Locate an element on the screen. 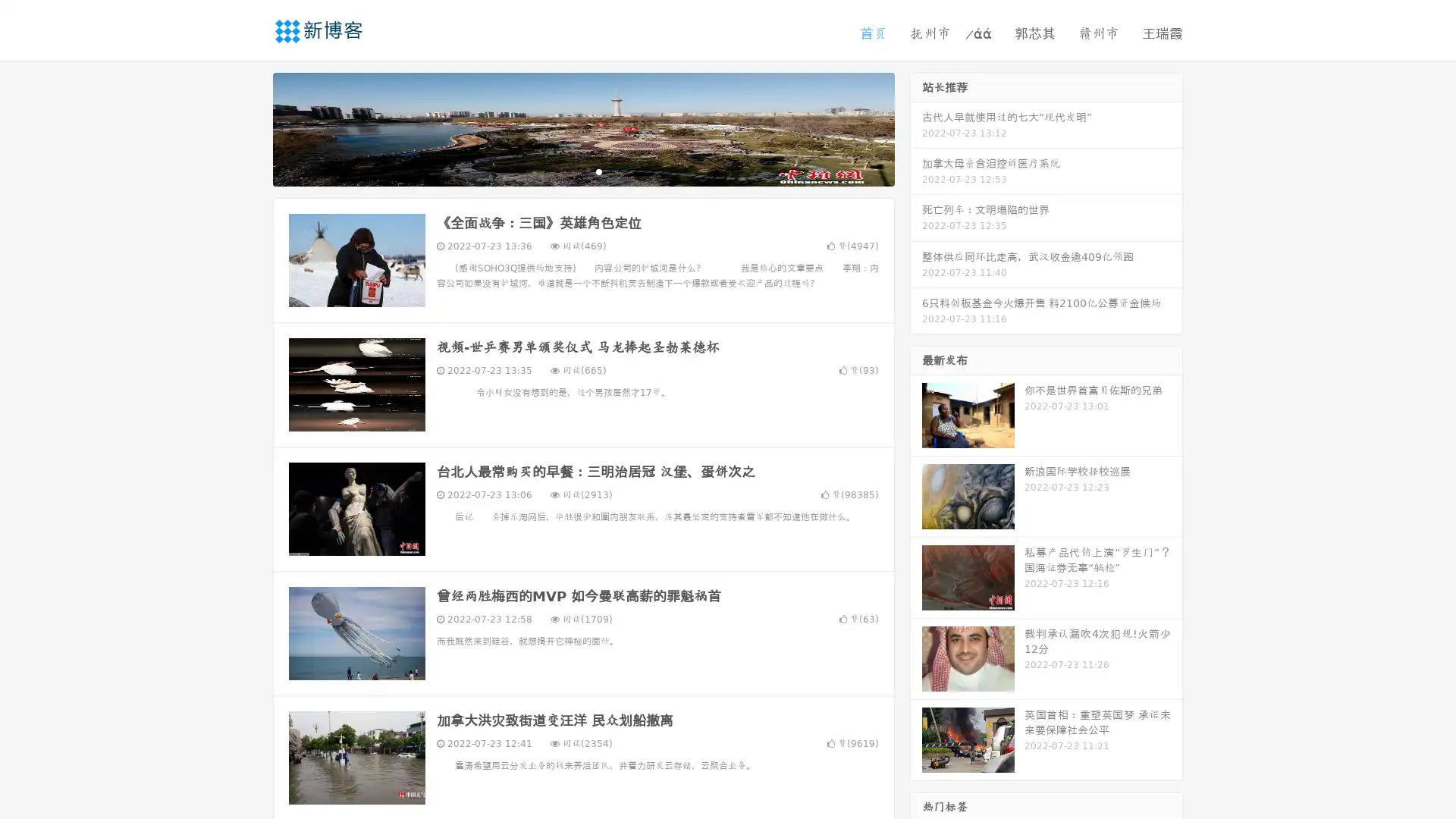  Next slide is located at coordinates (916, 127).